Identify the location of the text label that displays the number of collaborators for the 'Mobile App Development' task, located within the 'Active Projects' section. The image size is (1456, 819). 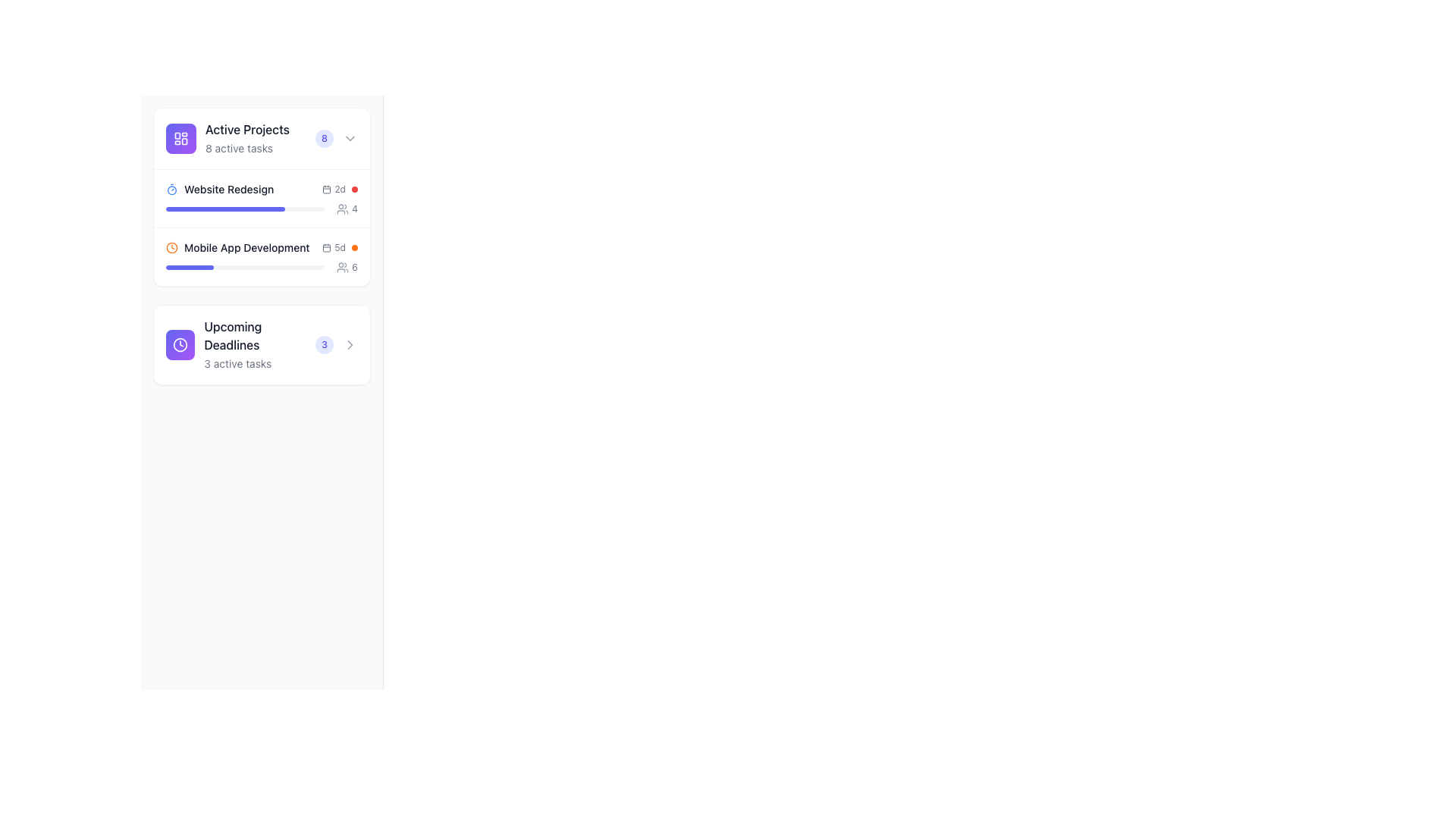
(354, 209).